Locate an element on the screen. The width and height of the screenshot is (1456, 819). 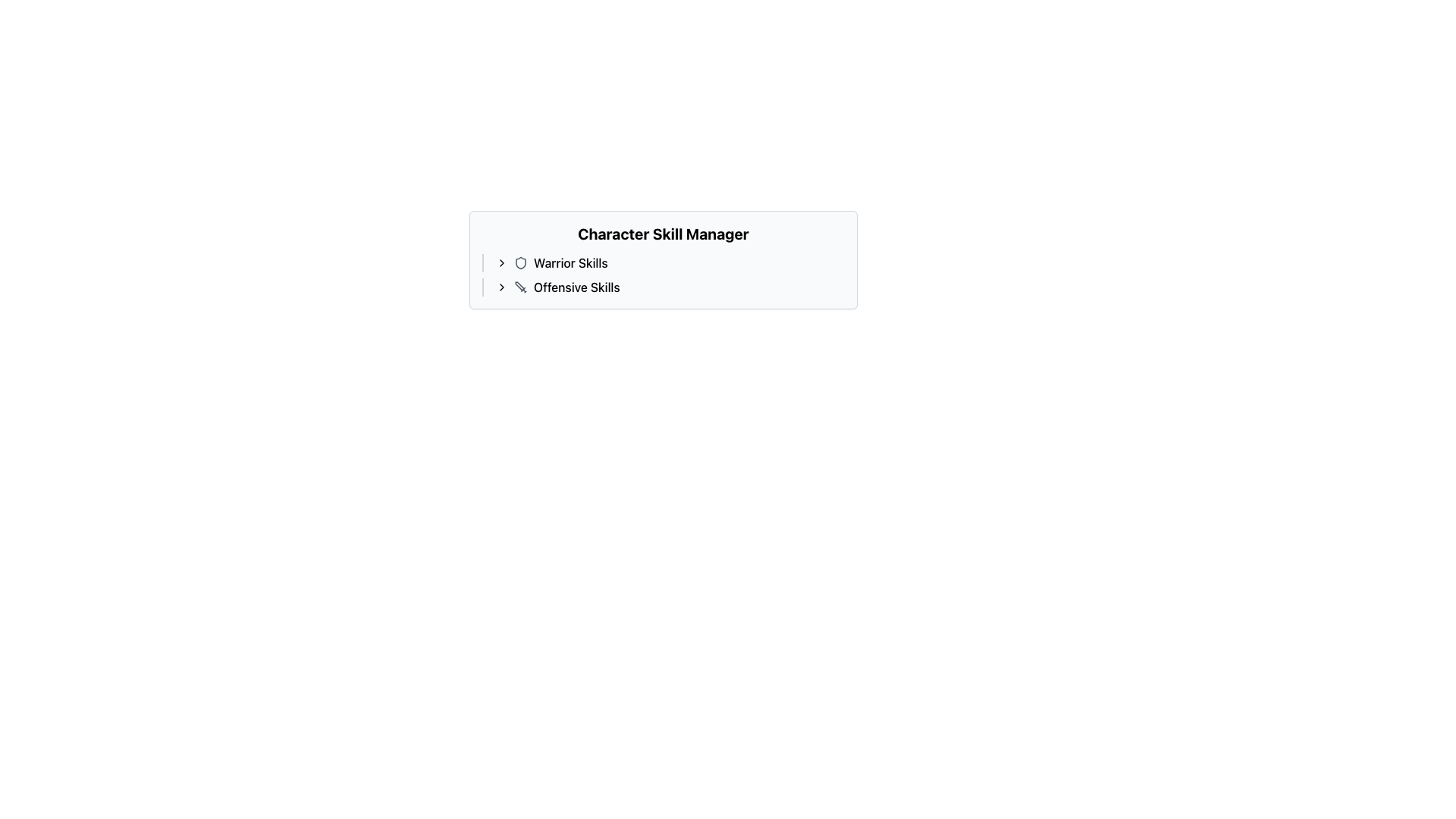
the offensive skills icon located left of the text 'Offensive Skills', which is the second icon in the horizontal layout is located at coordinates (520, 287).